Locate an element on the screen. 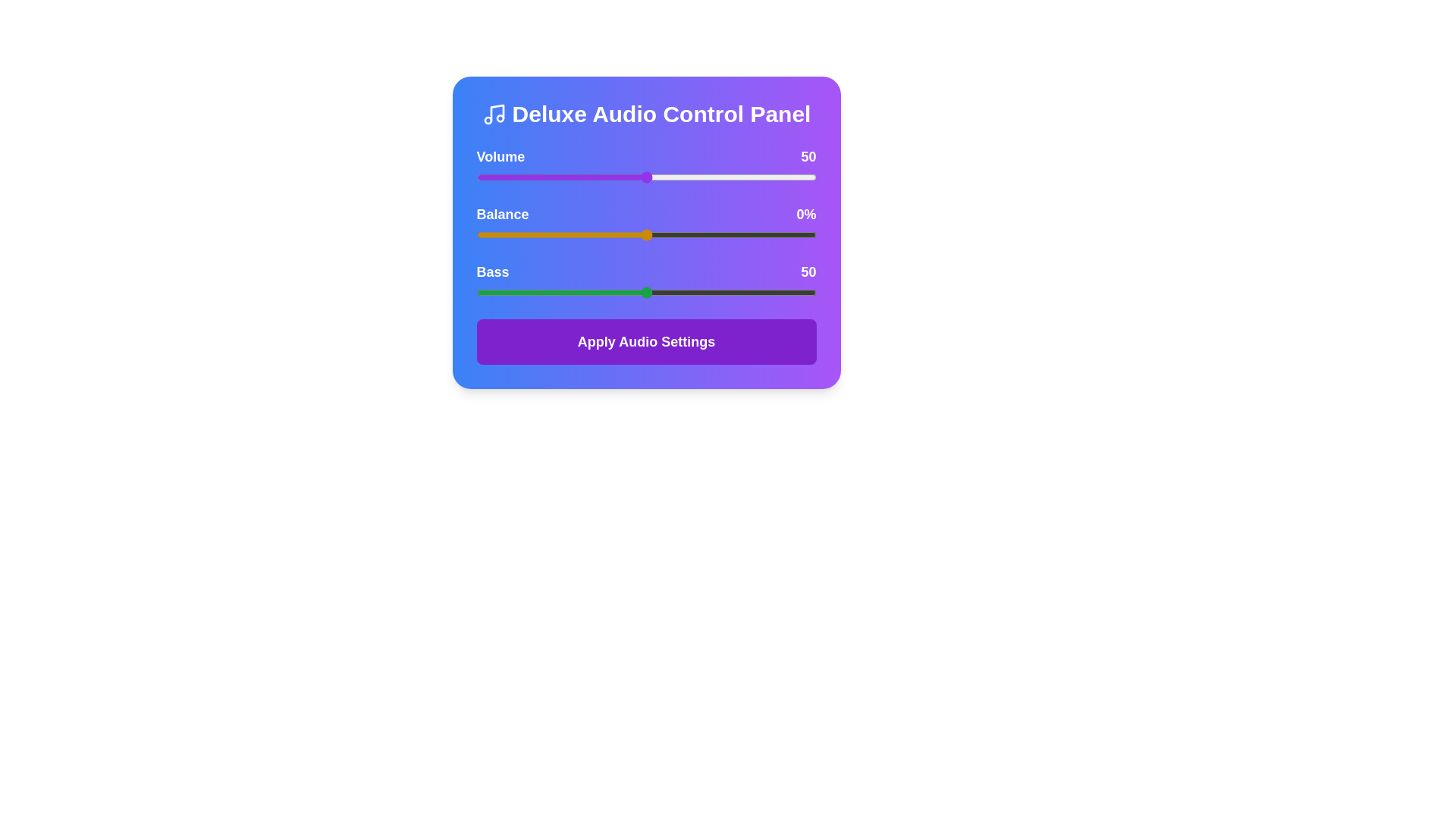 This screenshot has height=819, width=1456. balance is located at coordinates (520, 234).